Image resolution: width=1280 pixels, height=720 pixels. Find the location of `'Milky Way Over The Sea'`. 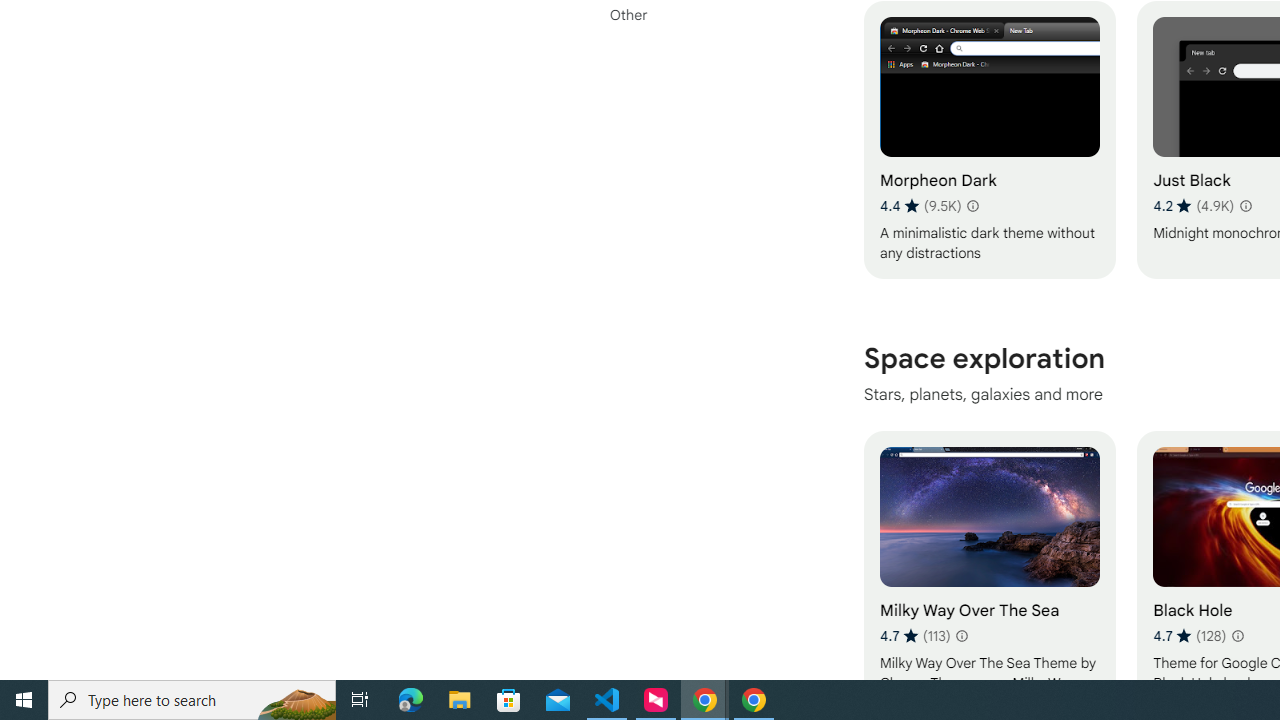

'Milky Way Over The Sea' is located at coordinates (989, 570).